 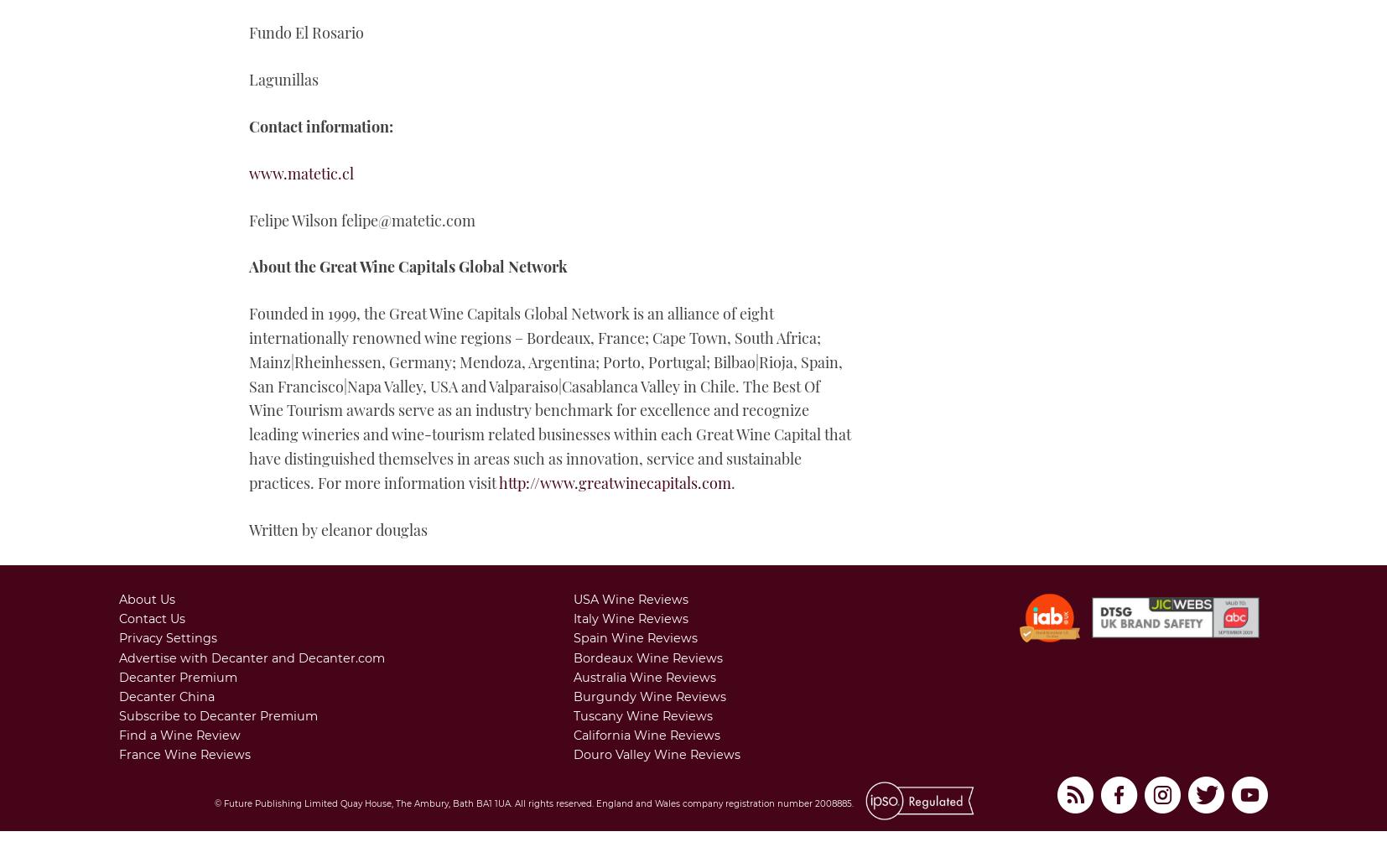 What do you see at coordinates (337, 528) in the screenshot?
I see `'Written by eleanor douglas'` at bounding box center [337, 528].